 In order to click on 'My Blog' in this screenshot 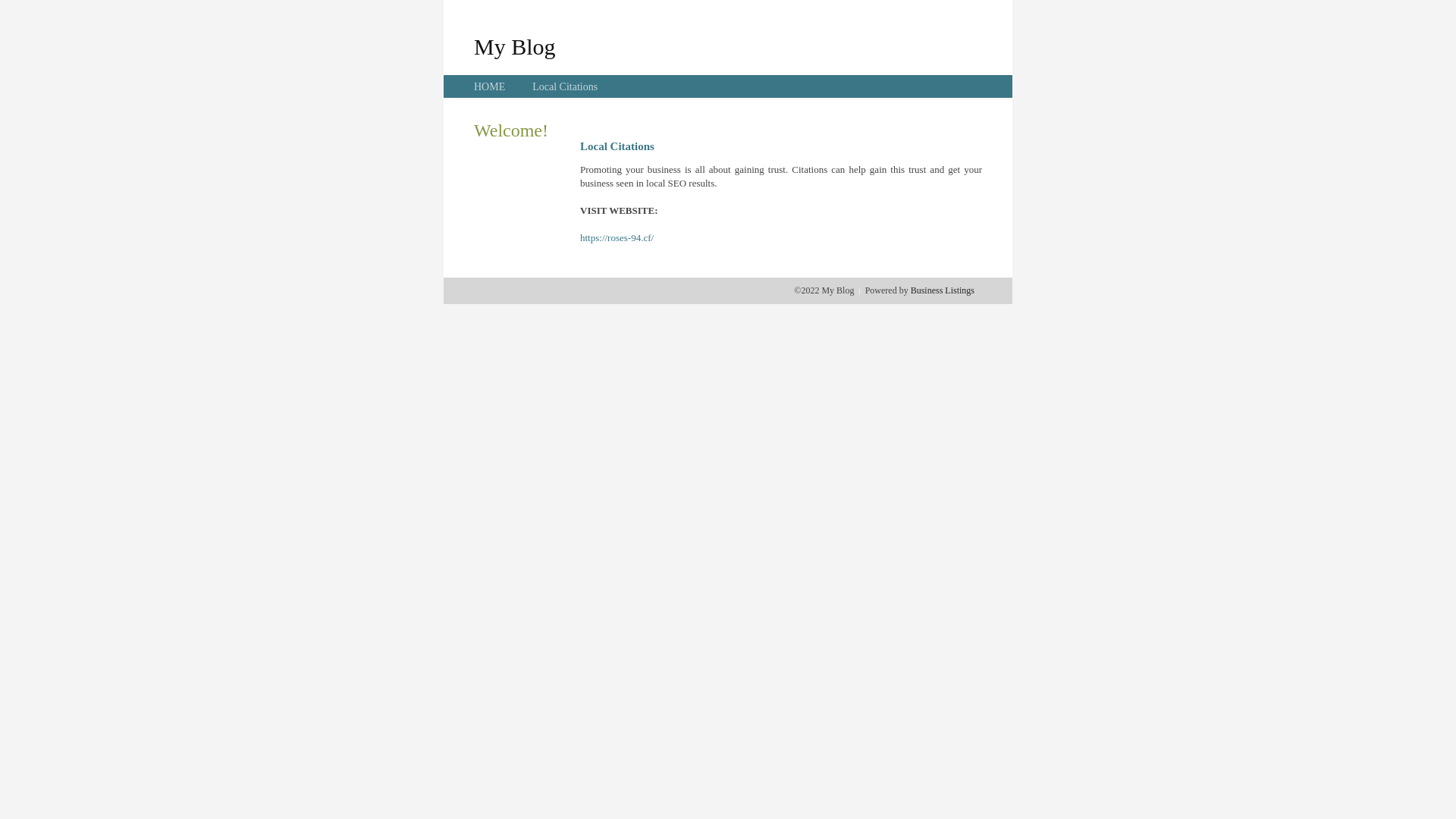, I will do `click(514, 45)`.